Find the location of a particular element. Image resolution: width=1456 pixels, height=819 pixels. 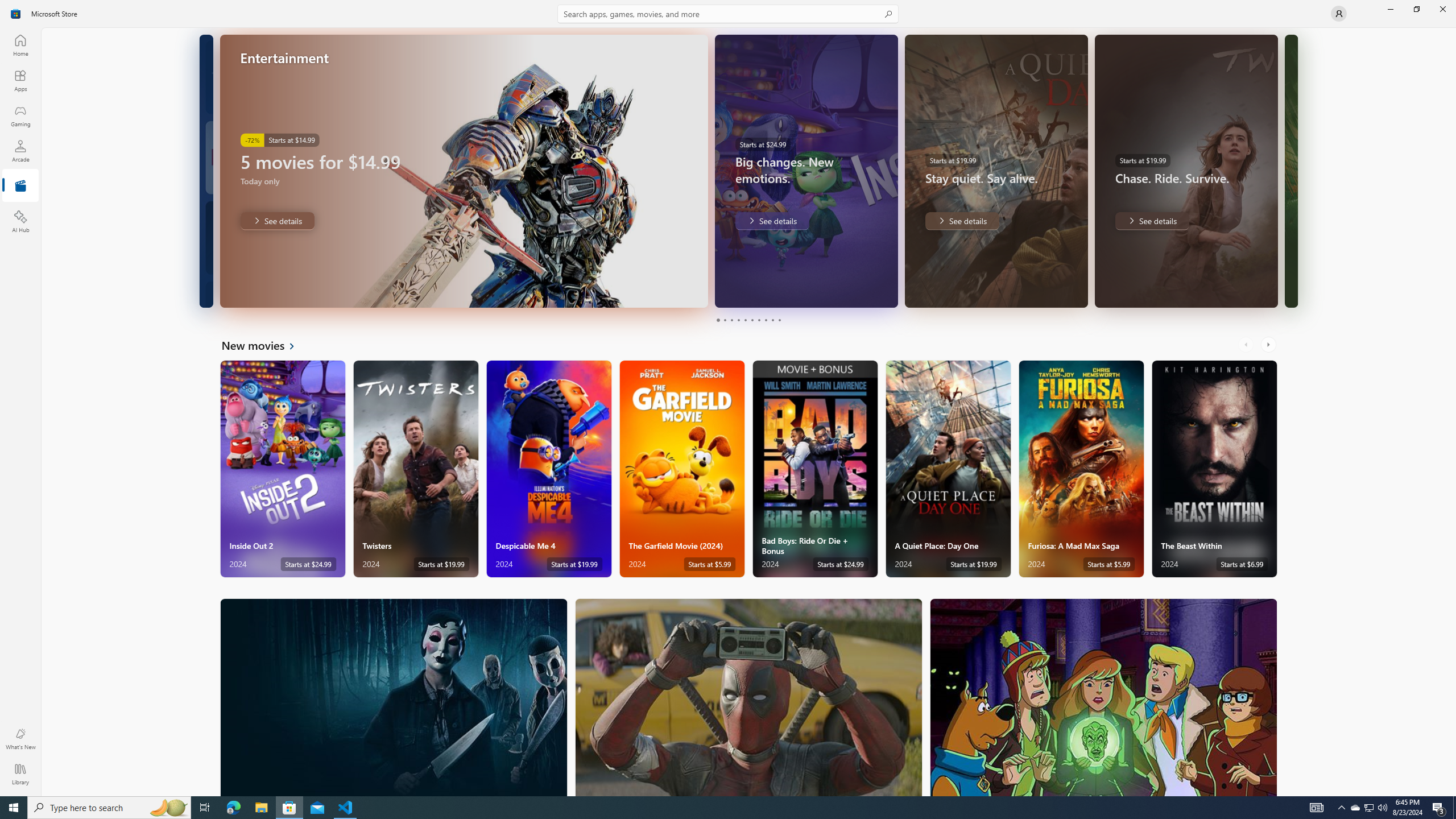

'The Garfield Movie (2024). Starts at $5.99  ' is located at coordinates (681, 469).